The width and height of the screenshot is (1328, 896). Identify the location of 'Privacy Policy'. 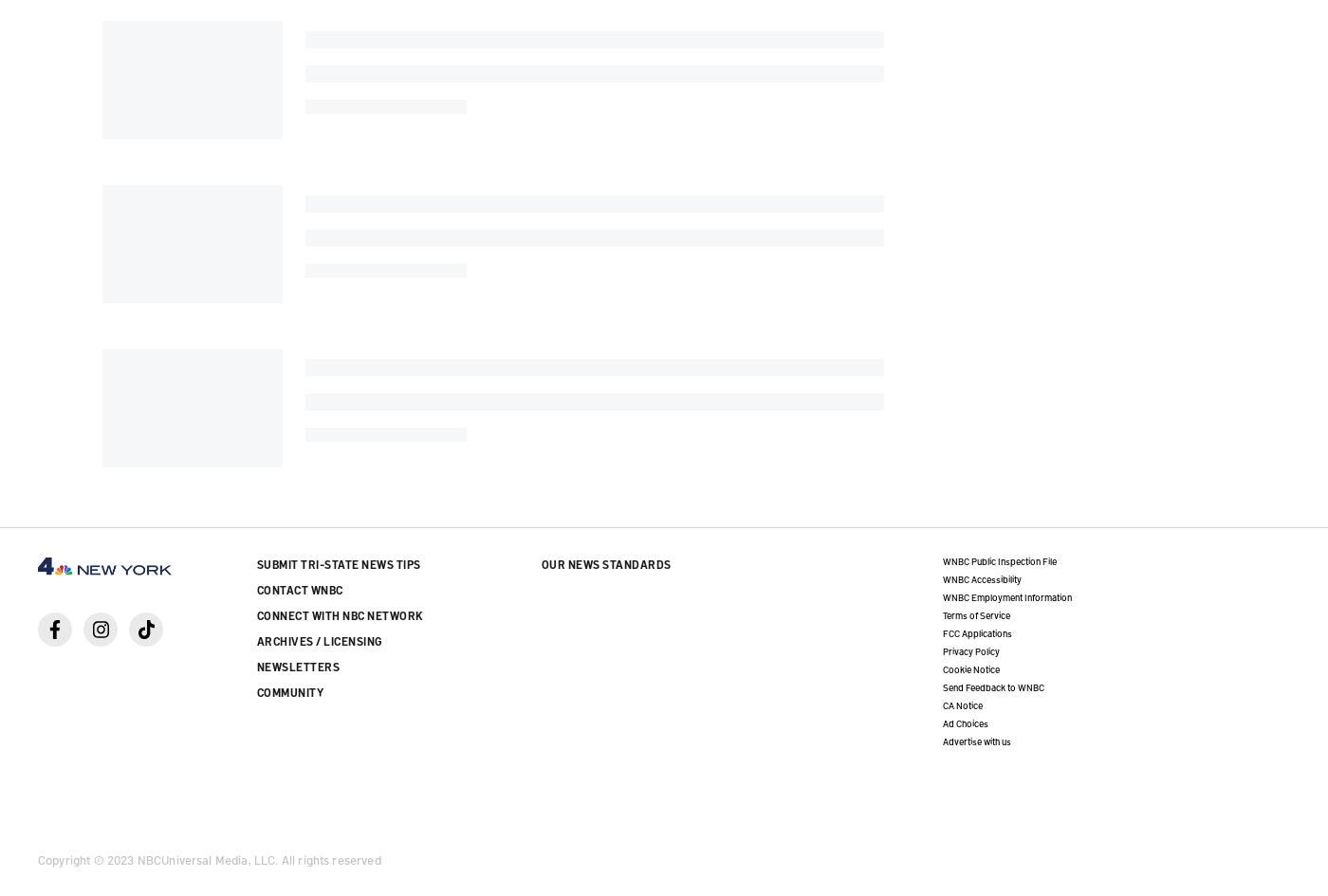
(969, 649).